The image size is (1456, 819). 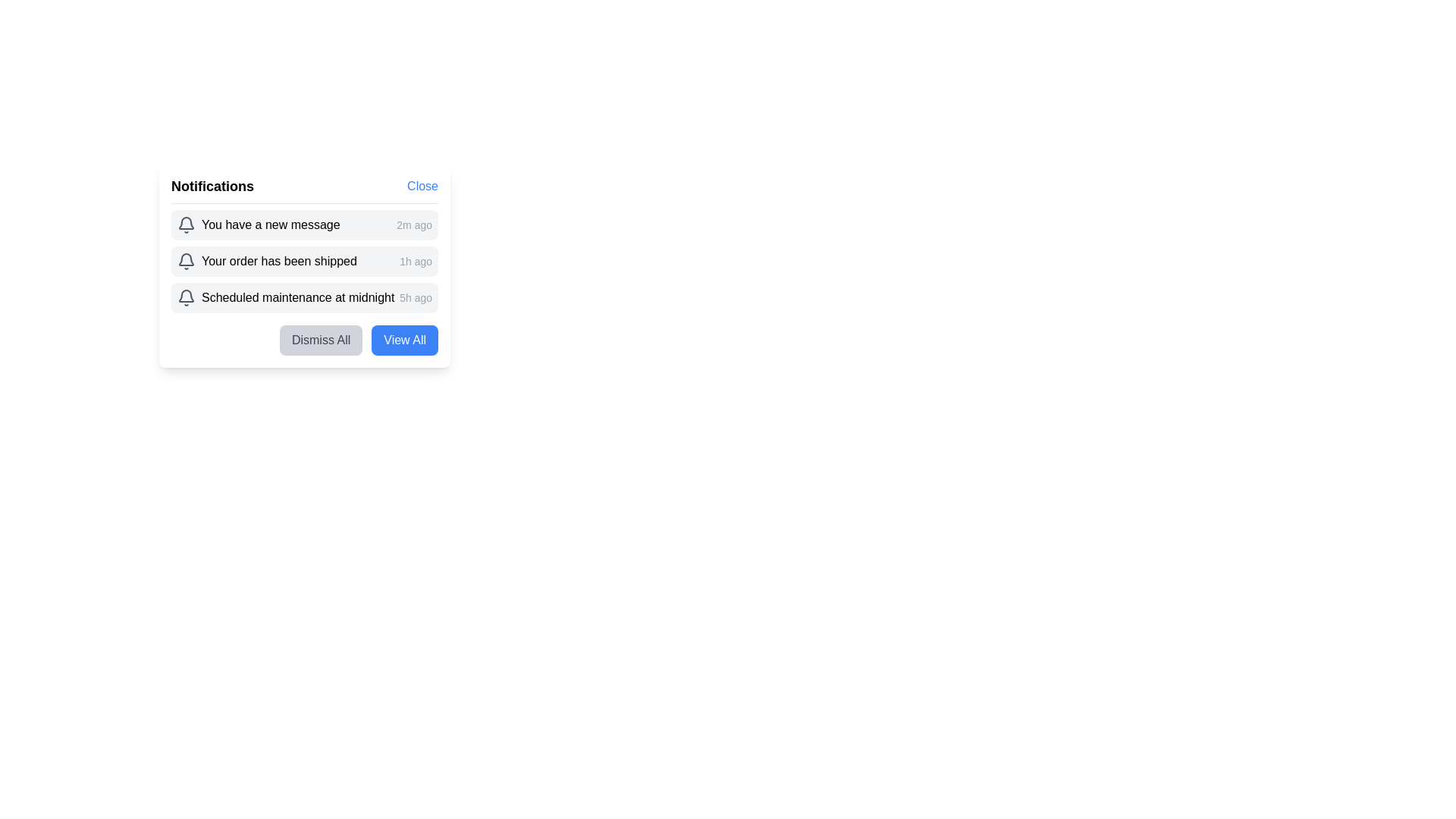 What do you see at coordinates (422, 186) in the screenshot?
I see `the close button styled as a hyperlink in the upper right corner of the notification panel` at bounding box center [422, 186].